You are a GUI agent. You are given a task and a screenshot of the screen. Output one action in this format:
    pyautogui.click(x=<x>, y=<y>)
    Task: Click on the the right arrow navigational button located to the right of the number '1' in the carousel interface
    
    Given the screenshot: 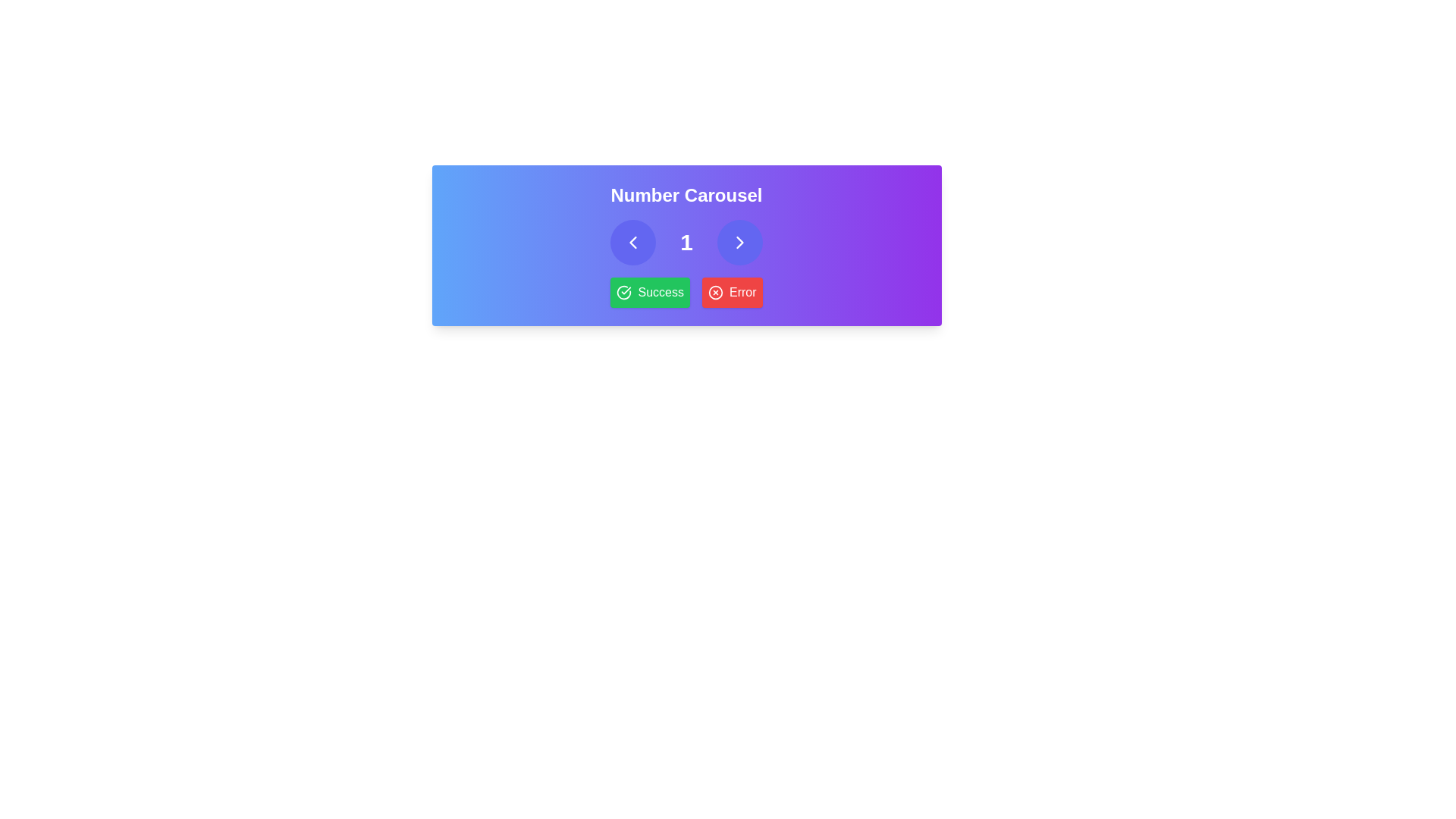 What is the action you would take?
    pyautogui.click(x=739, y=242)
    